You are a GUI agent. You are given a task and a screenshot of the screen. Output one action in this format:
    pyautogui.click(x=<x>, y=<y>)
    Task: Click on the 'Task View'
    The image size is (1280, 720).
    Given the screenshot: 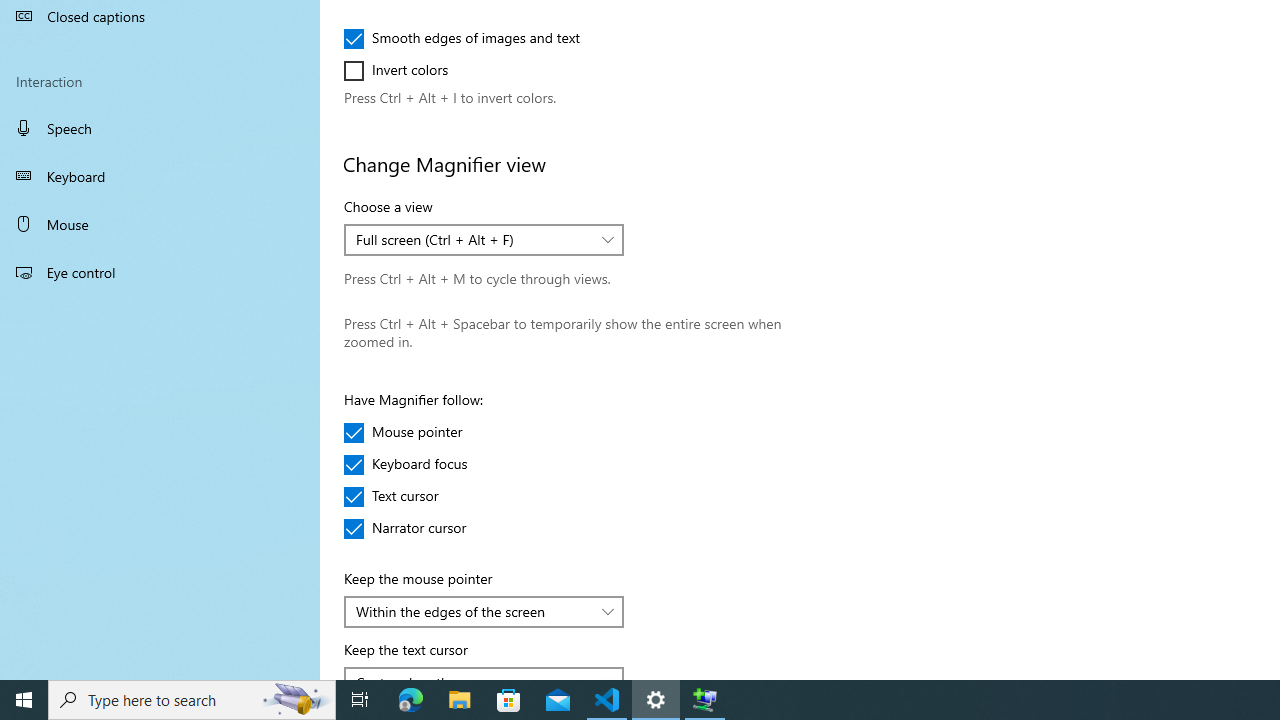 What is the action you would take?
    pyautogui.click(x=359, y=698)
    